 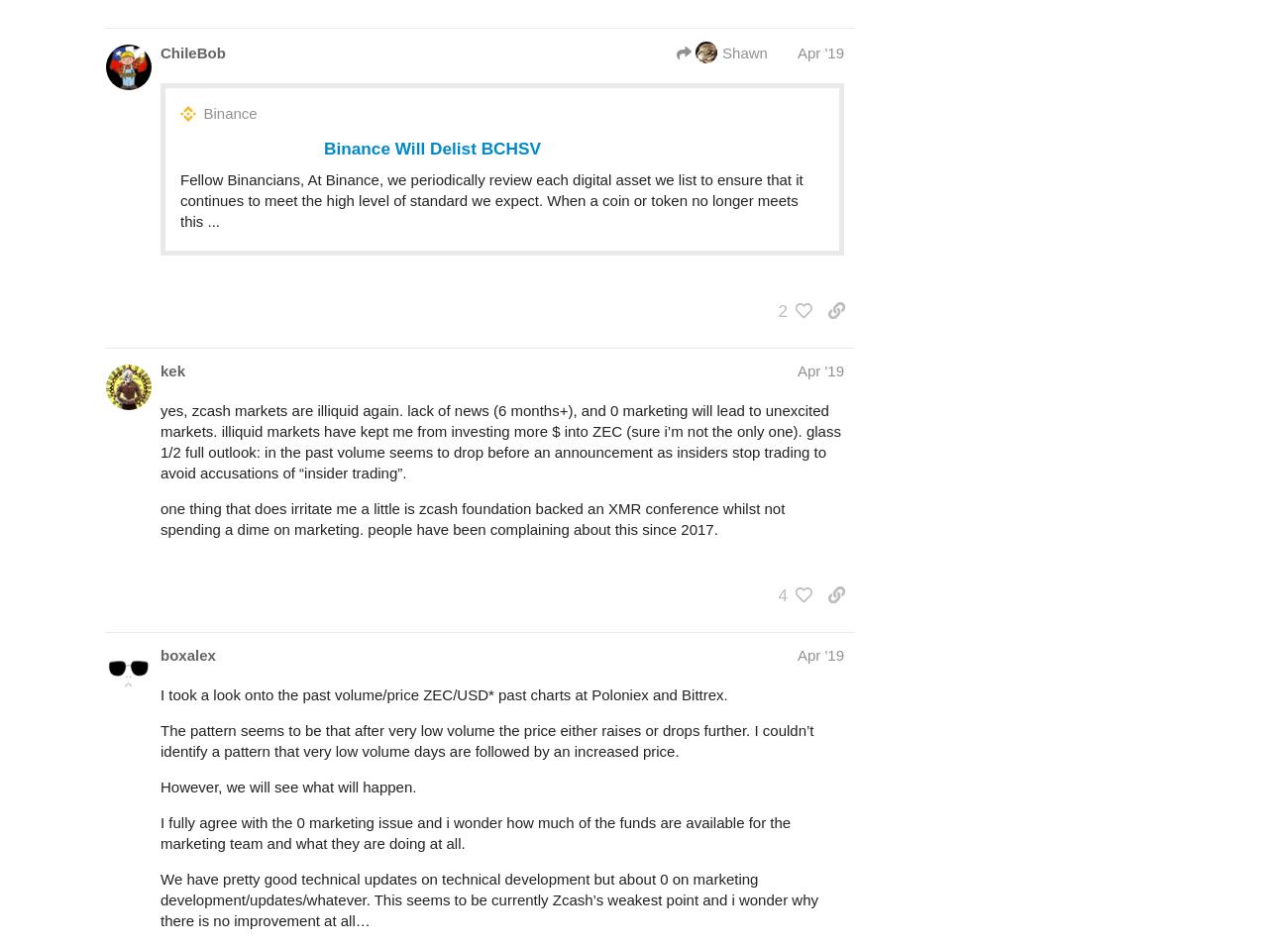 What do you see at coordinates (782, 594) in the screenshot?
I see `'4'` at bounding box center [782, 594].